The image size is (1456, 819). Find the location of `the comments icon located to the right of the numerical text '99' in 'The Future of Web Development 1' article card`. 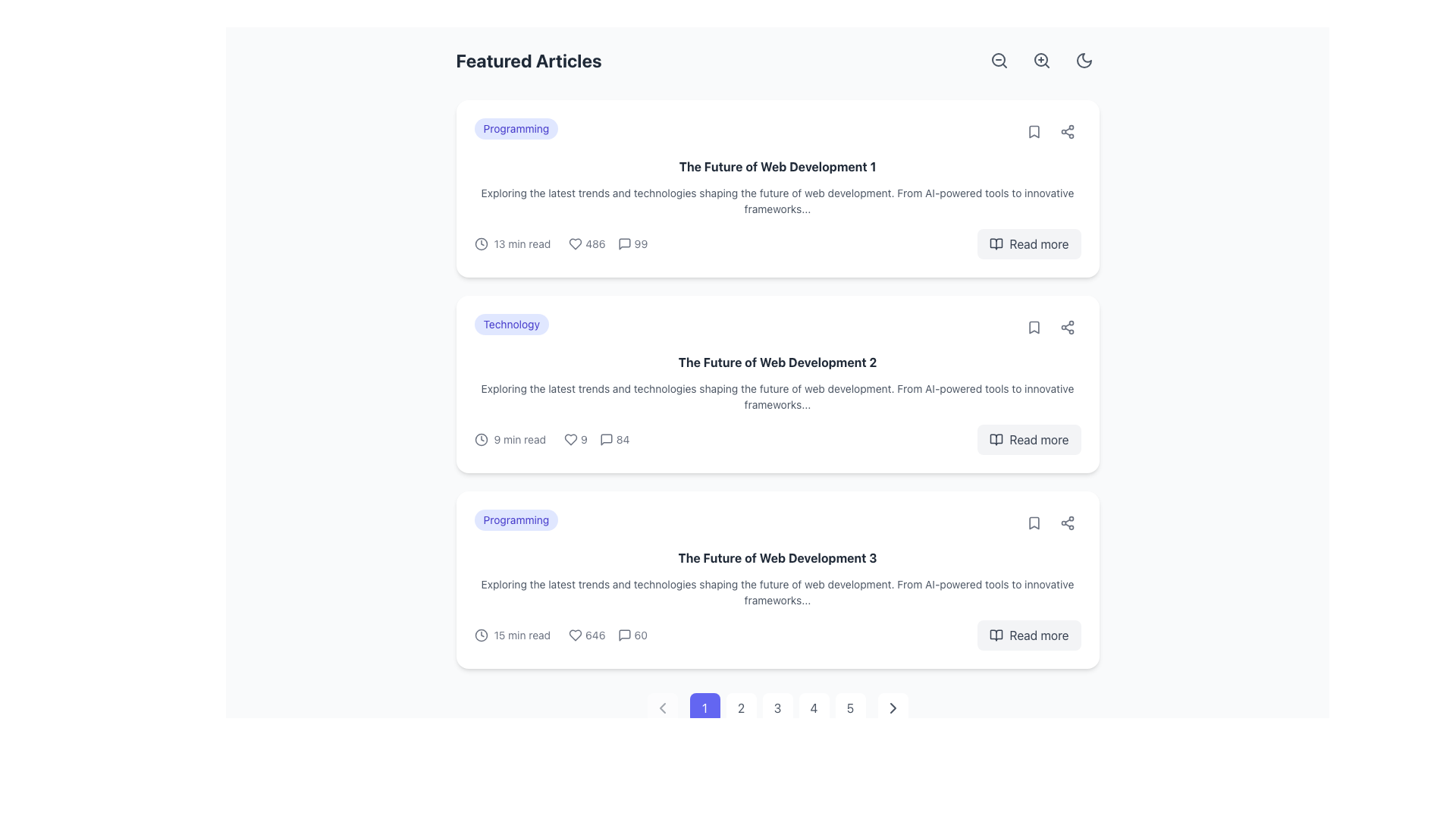

the comments icon located to the right of the numerical text '99' in 'The Future of Web Development 1' article card is located at coordinates (624, 243).